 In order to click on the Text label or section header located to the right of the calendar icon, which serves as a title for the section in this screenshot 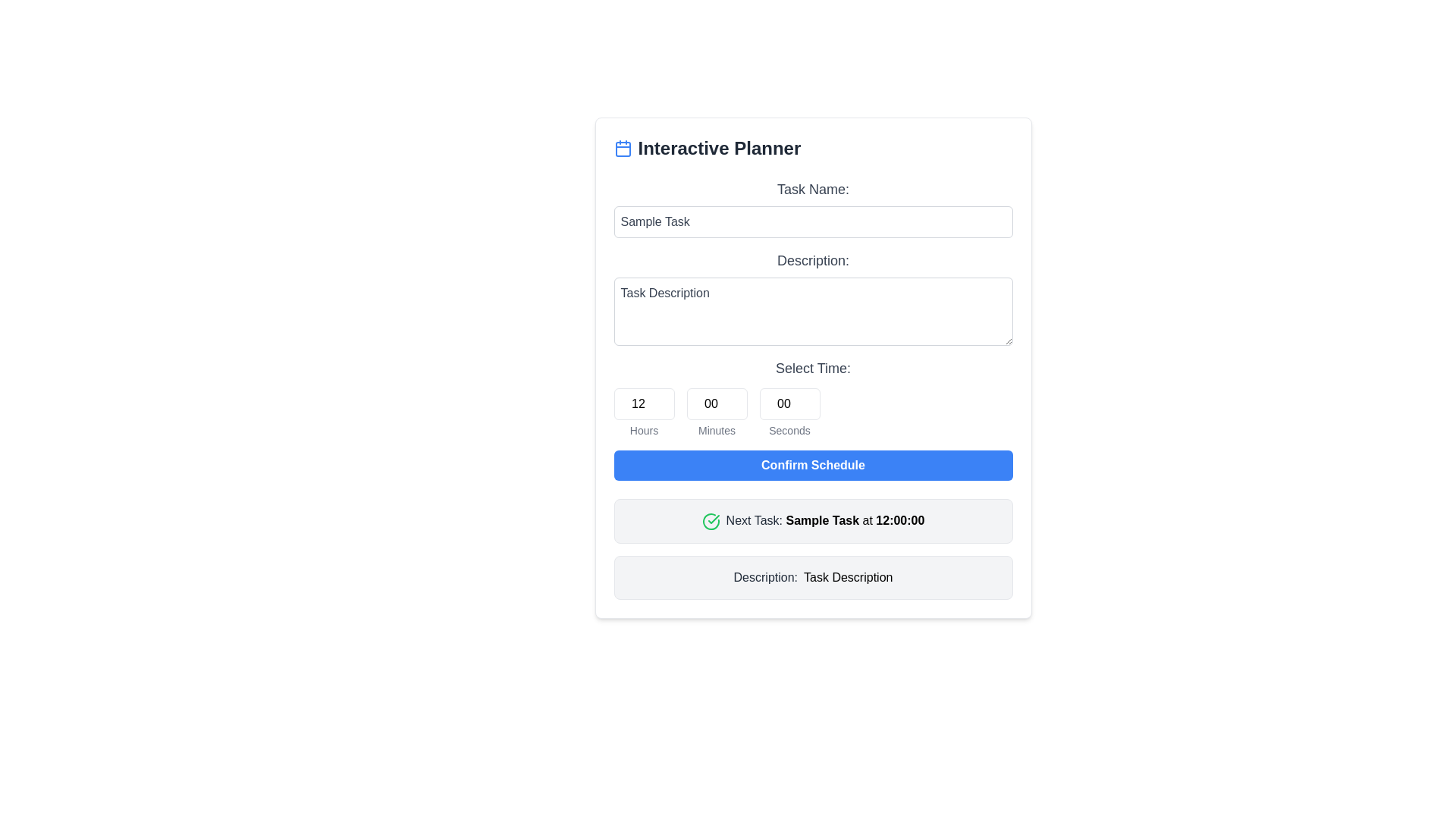, I will do `click(718, 149)`.